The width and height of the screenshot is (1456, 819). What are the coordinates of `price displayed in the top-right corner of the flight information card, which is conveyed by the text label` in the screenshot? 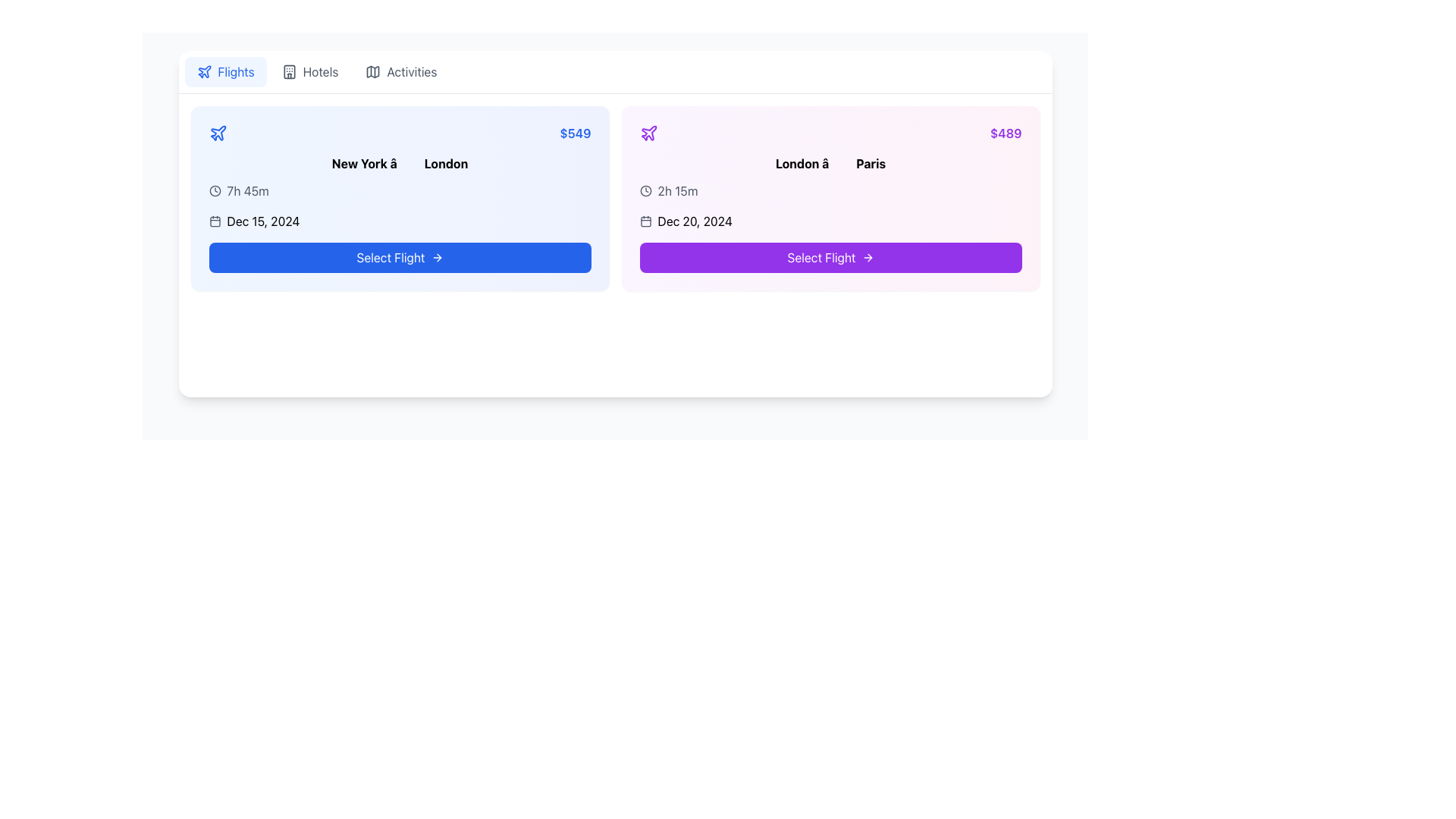 It's located at (574, 133).